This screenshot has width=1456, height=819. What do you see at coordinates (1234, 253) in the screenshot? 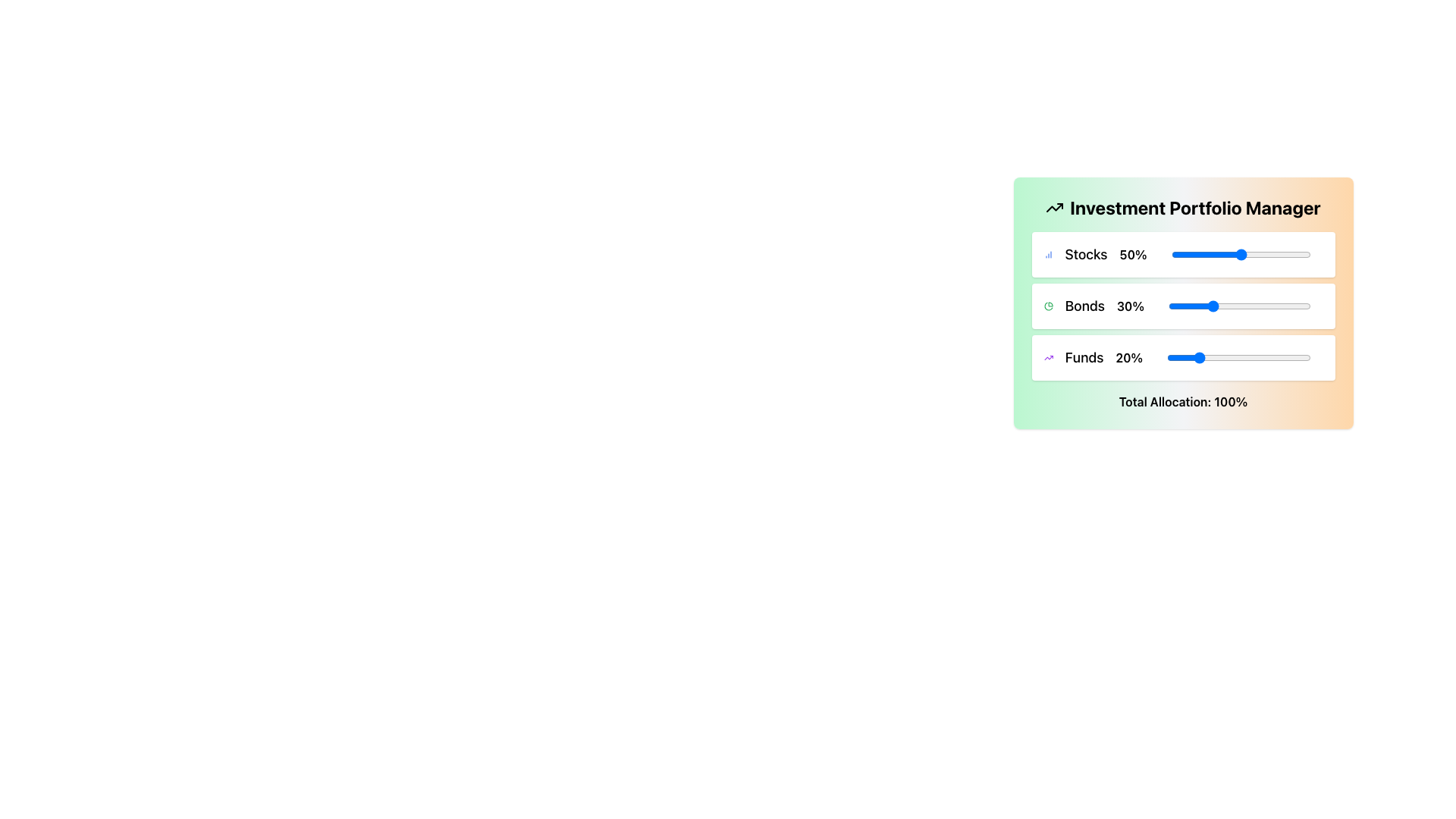
I see `the allocation percentage of the Stocks slider` at bounding box center [1234, 253].